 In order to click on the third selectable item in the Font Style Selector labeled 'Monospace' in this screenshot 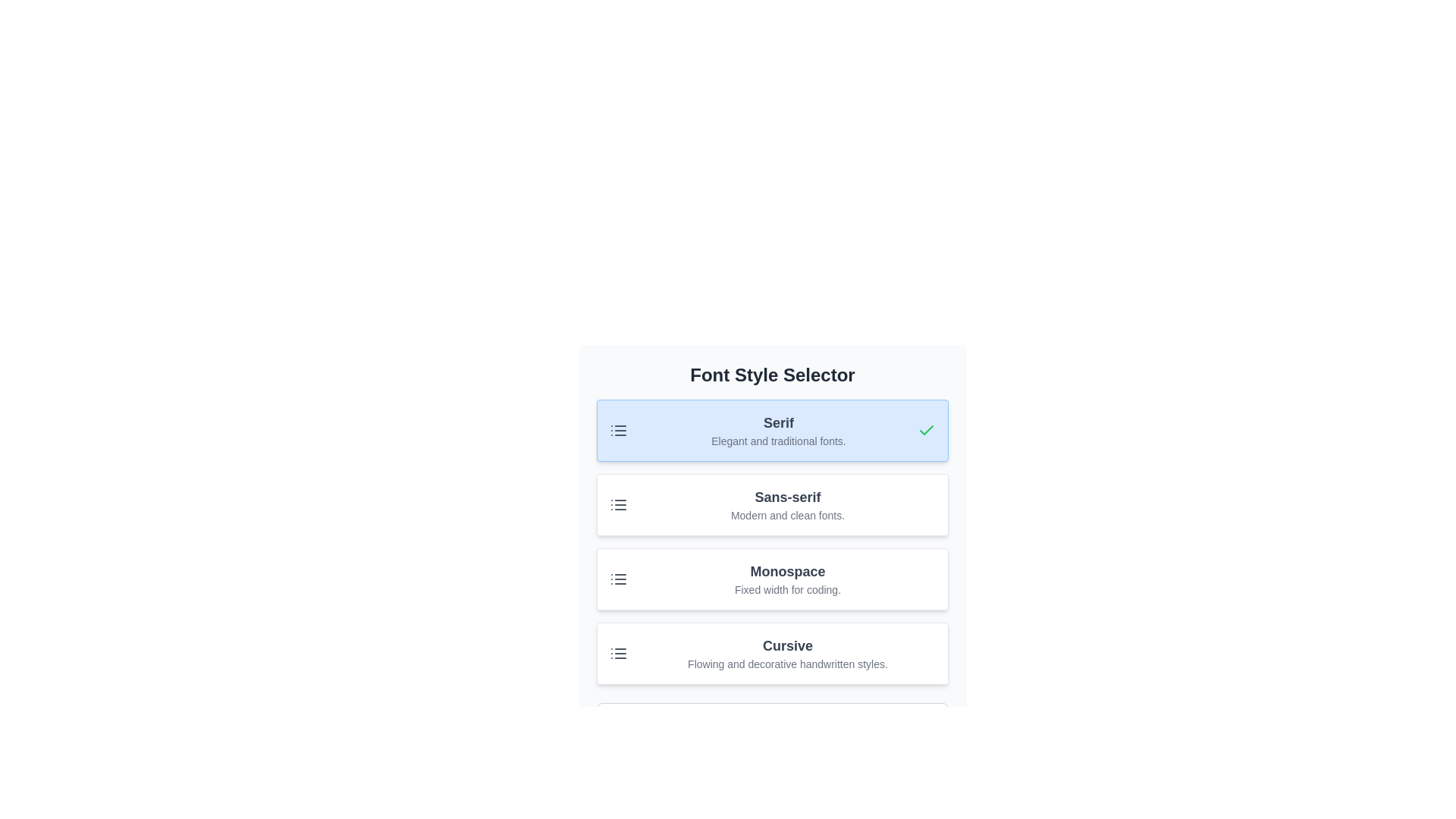, I will do `click(772, 579)`.